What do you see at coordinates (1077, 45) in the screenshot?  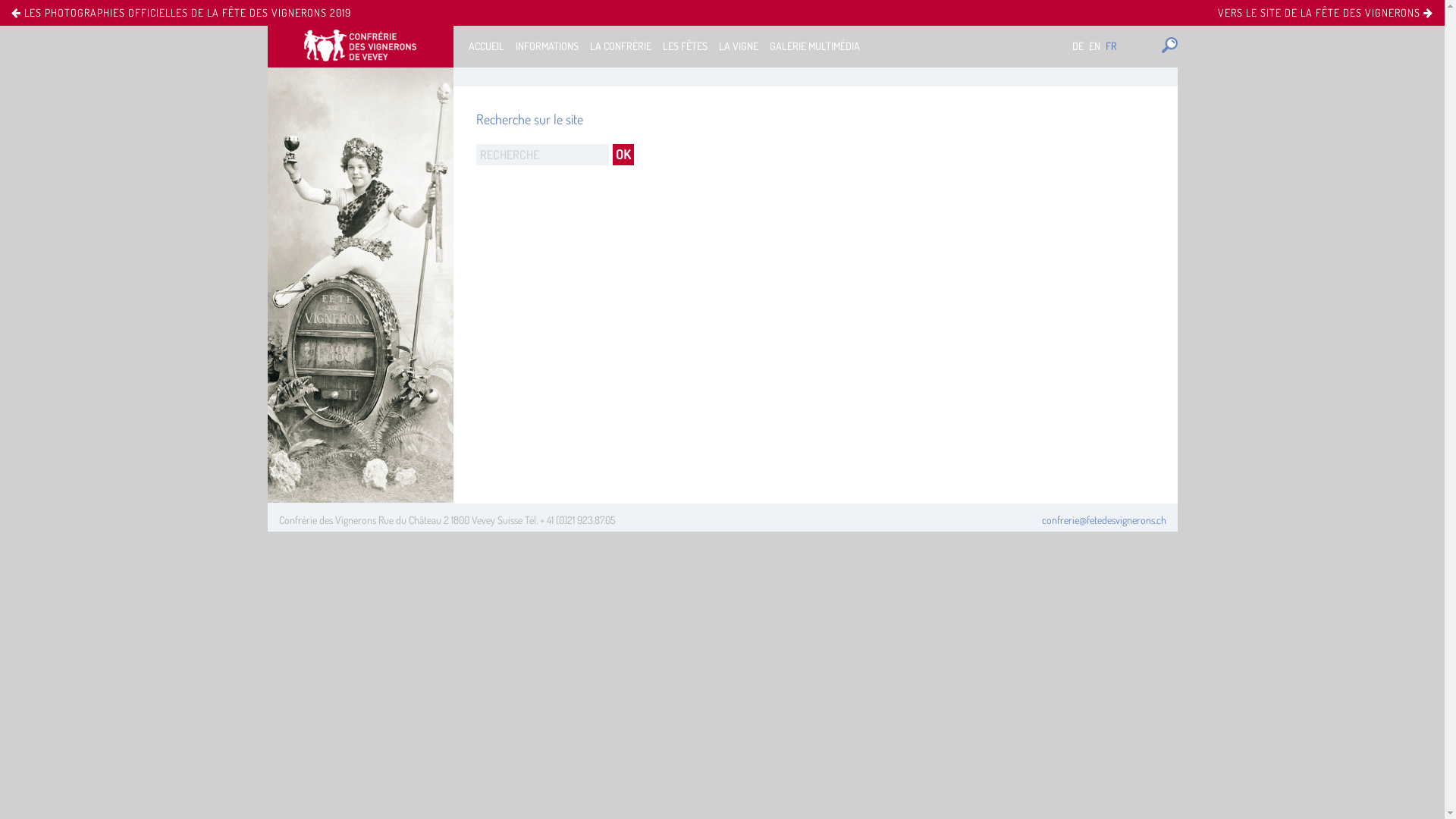 I see `'DE'` at bounding box center [1077, 45].